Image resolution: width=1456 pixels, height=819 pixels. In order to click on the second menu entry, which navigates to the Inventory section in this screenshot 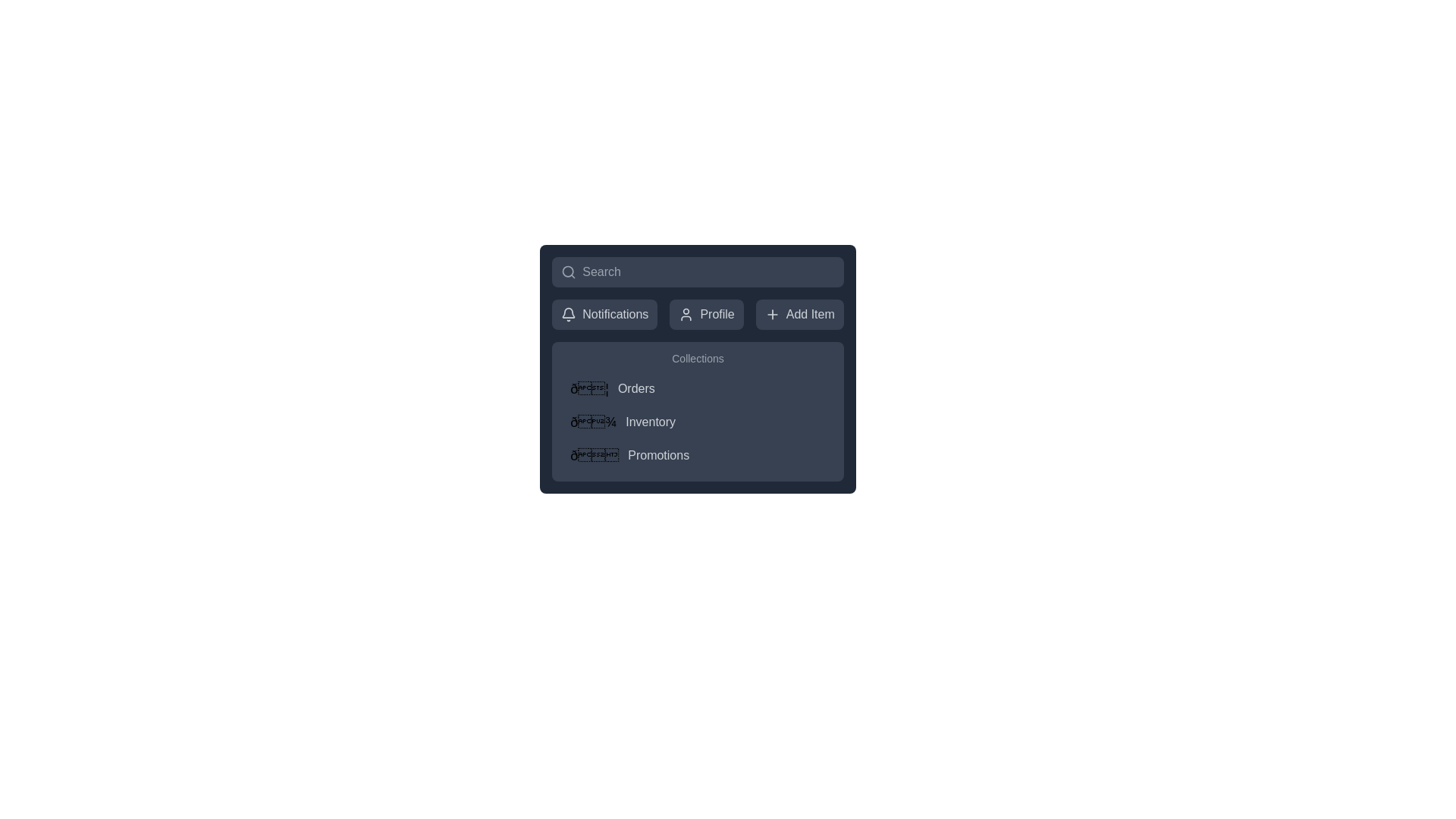, I will do `click(651, 422)`.